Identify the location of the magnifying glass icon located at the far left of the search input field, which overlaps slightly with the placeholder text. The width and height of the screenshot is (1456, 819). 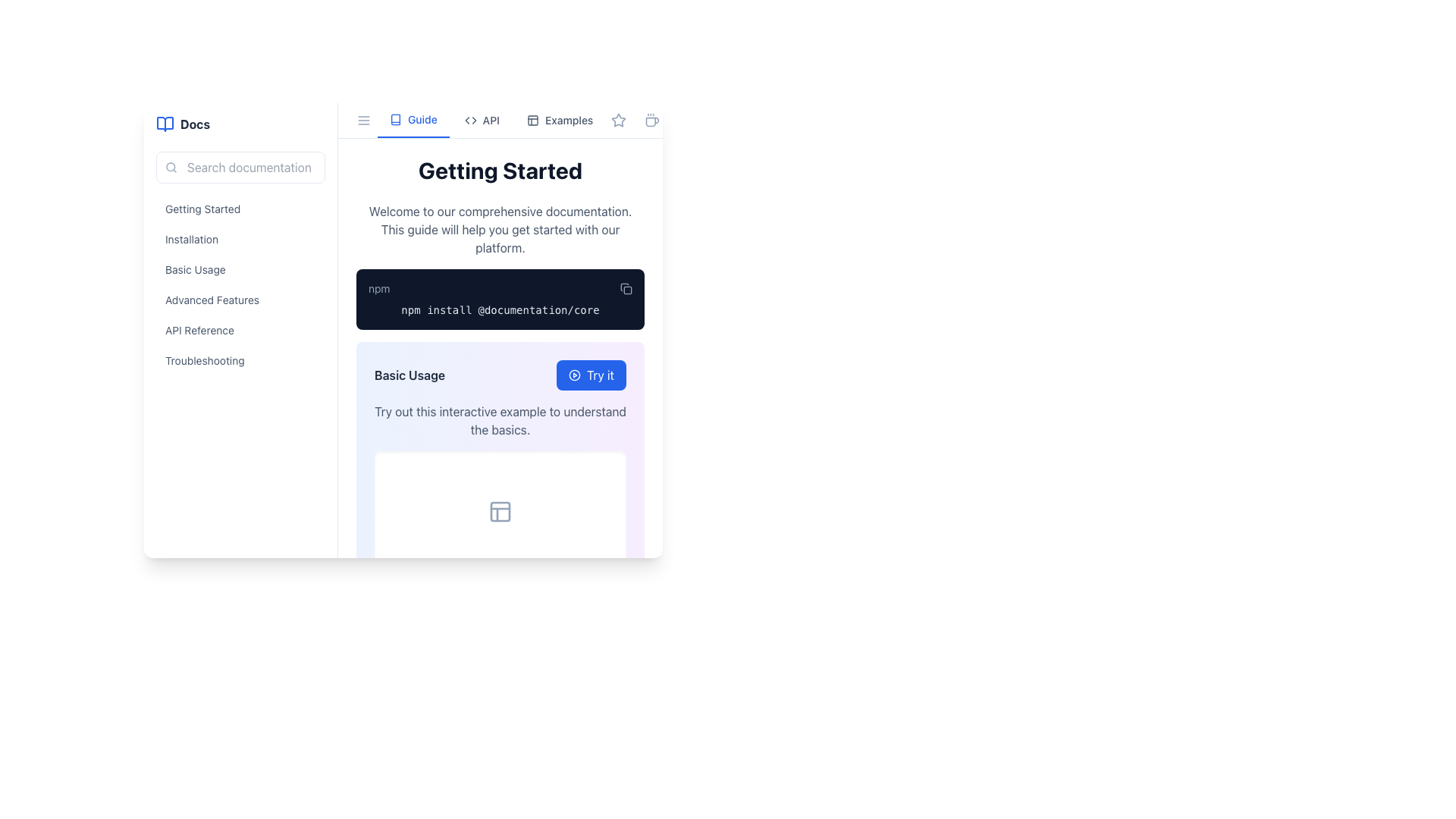
(171, 167).